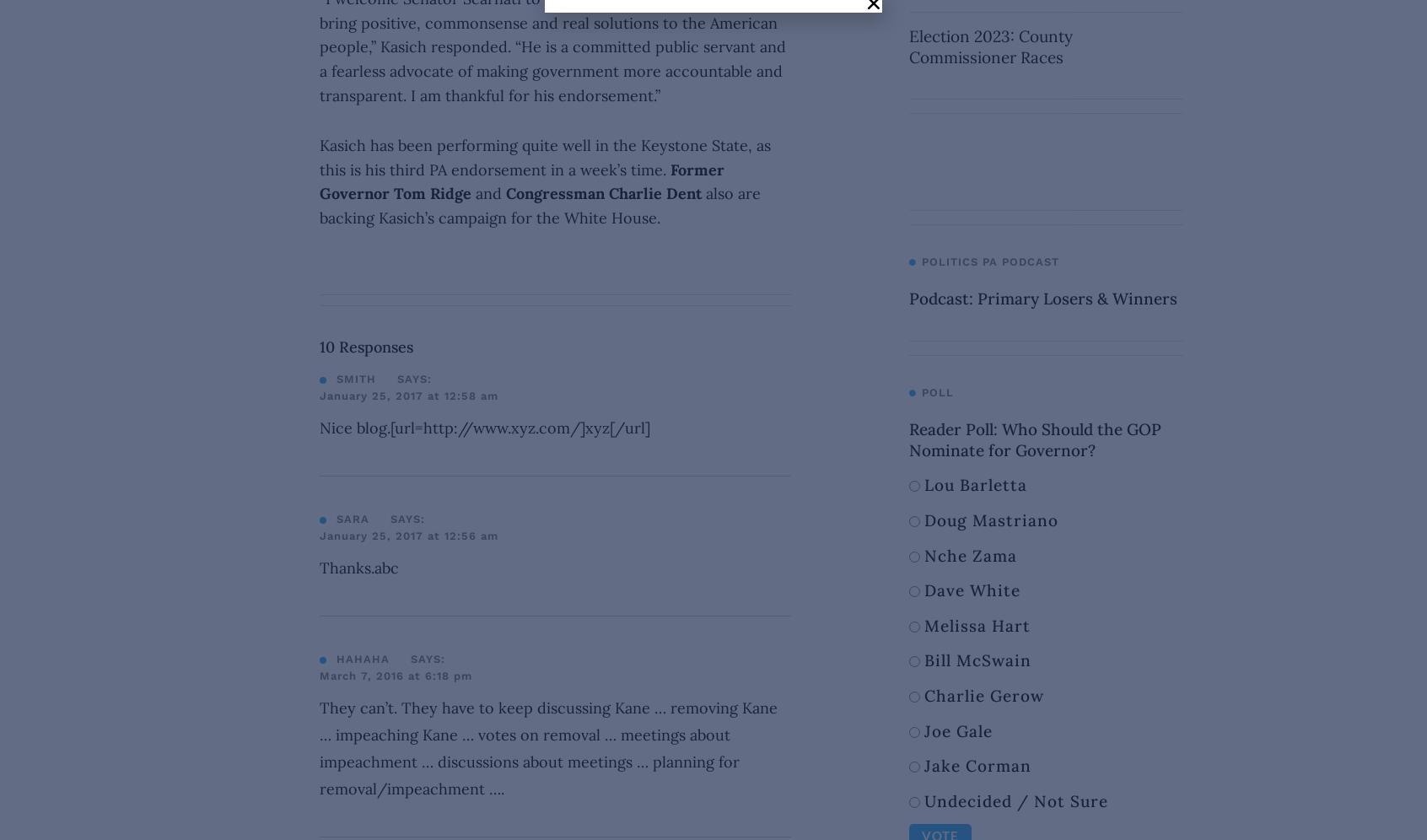  I want to click on 'Poll', so click(936, 391).